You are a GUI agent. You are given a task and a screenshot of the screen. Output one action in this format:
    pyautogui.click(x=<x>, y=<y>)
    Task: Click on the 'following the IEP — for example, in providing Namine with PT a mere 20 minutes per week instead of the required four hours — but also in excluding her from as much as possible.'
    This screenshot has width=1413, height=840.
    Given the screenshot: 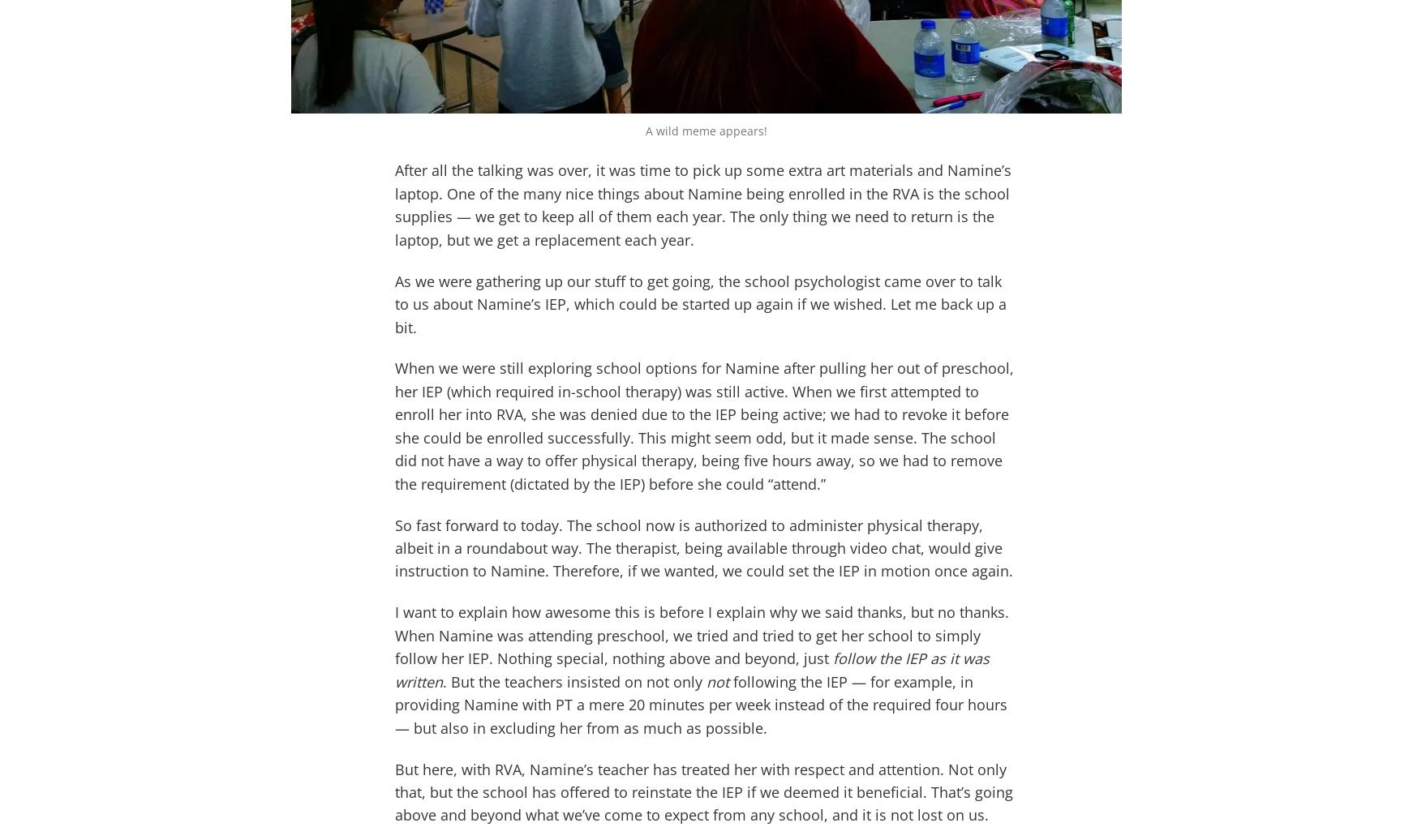 What is the action you would take?
    pyautogui.click(x=701, y=704)
    